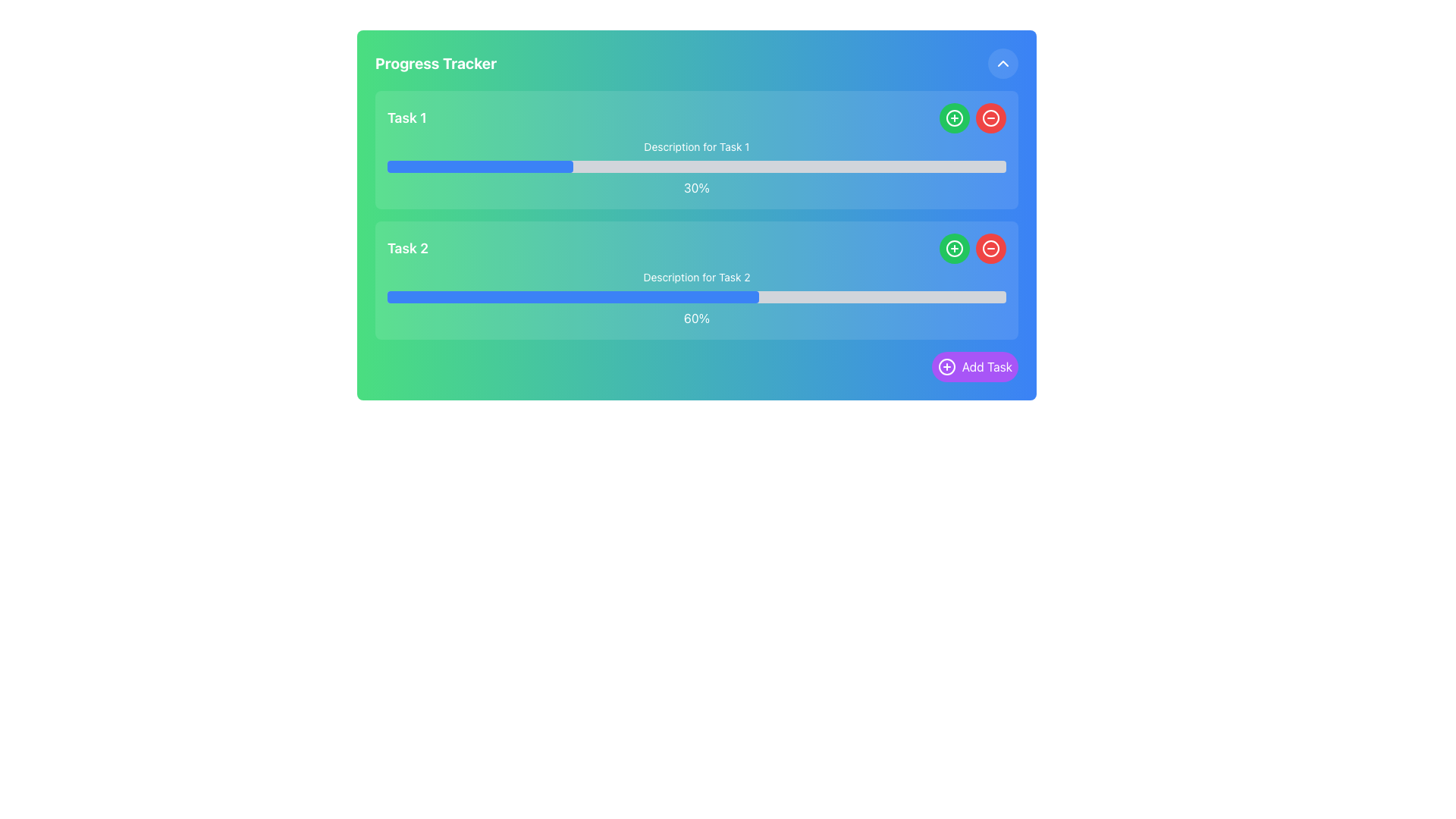 The image size is (1456, 819). Describe the element at coordinates (990, 247) in the screenshot. I see `the circular red button with a white border and subtraction symbol` at that location.